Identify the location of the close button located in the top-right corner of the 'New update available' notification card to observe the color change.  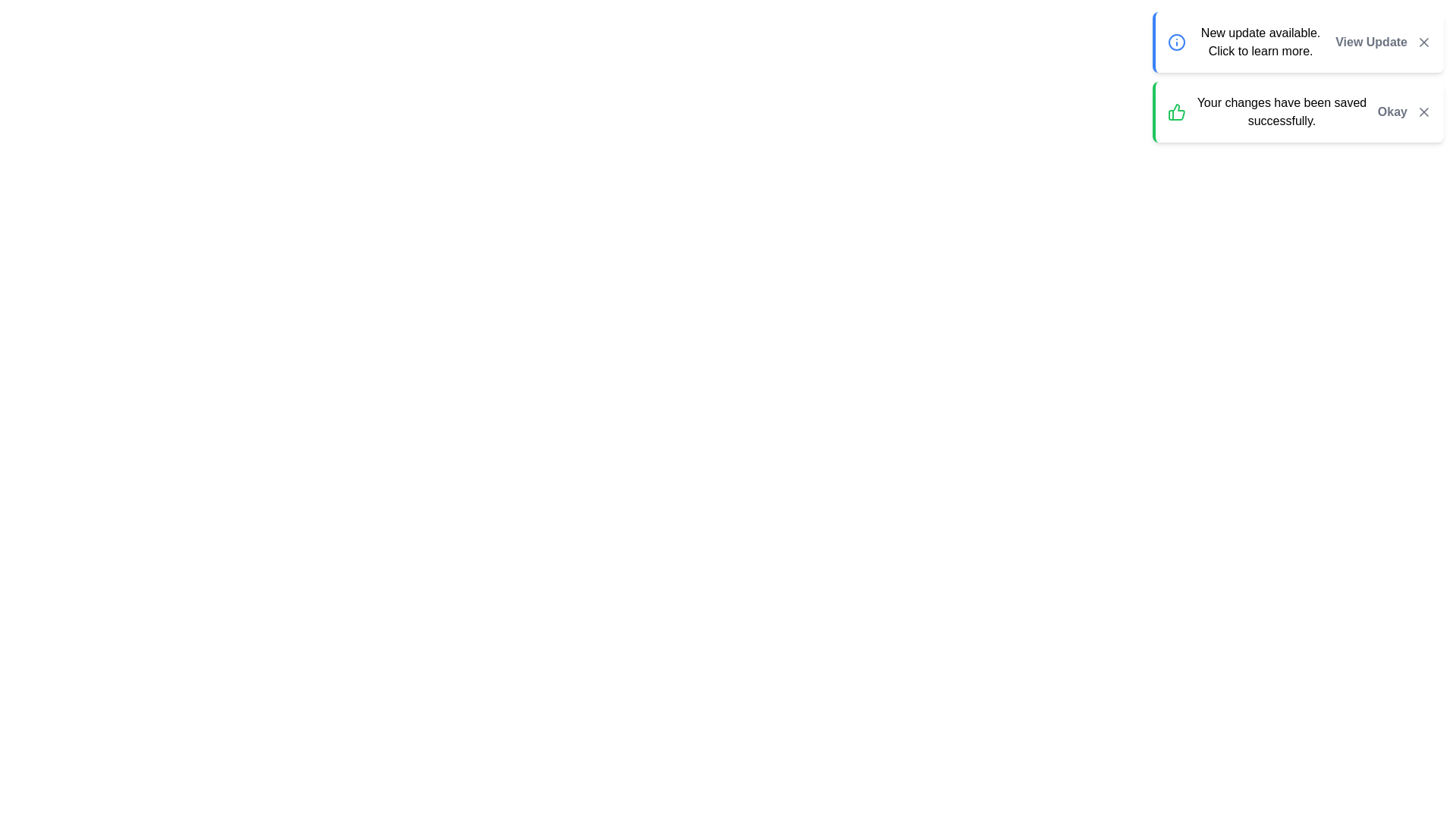
(1423, 42).